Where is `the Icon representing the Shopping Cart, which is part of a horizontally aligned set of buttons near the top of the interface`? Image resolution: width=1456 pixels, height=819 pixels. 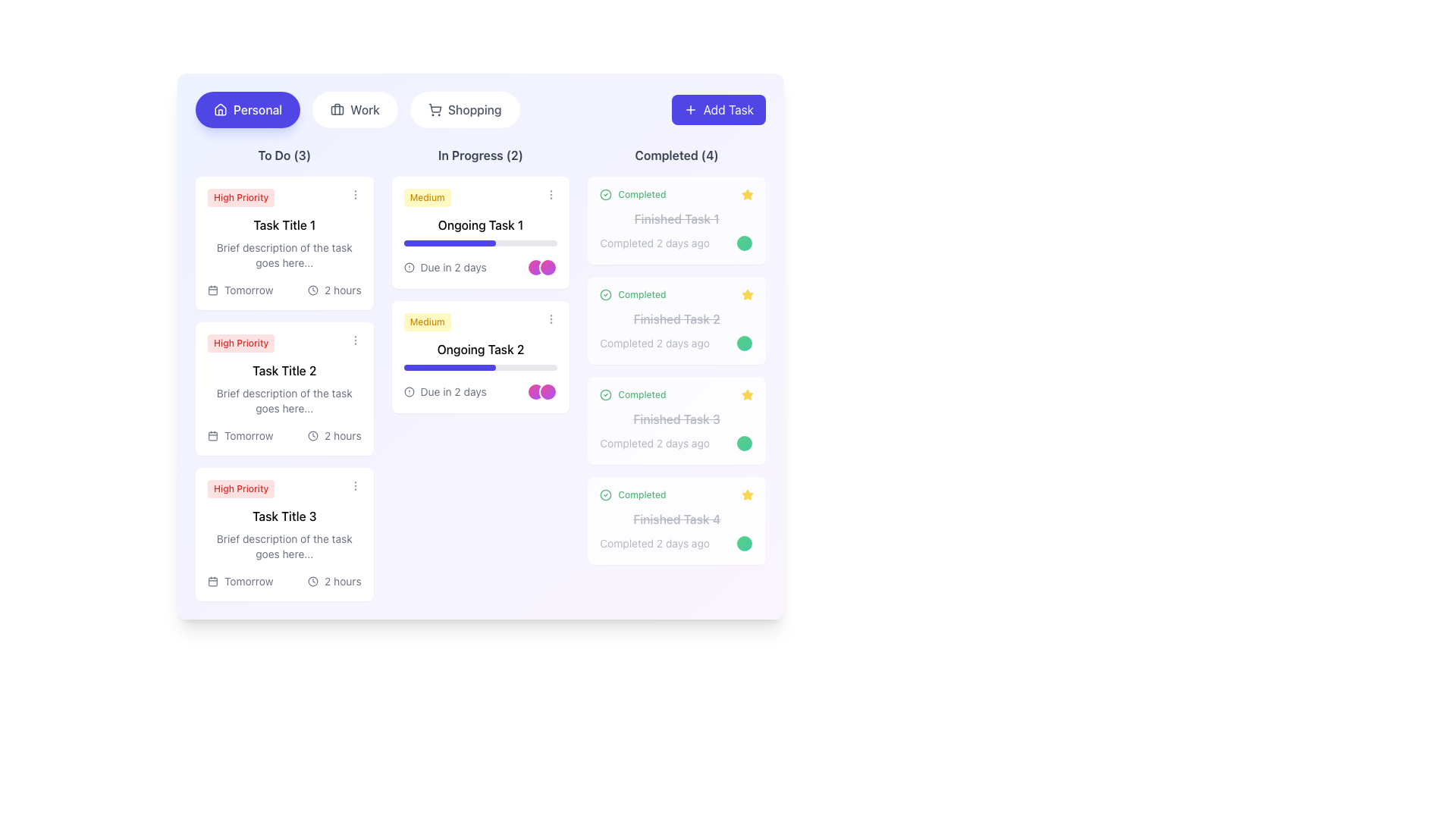
the Icon representing the Shopping Cart, which is part of a horizontally aligned set of buttons near the top of the interface is located at coordinates (434, 107).